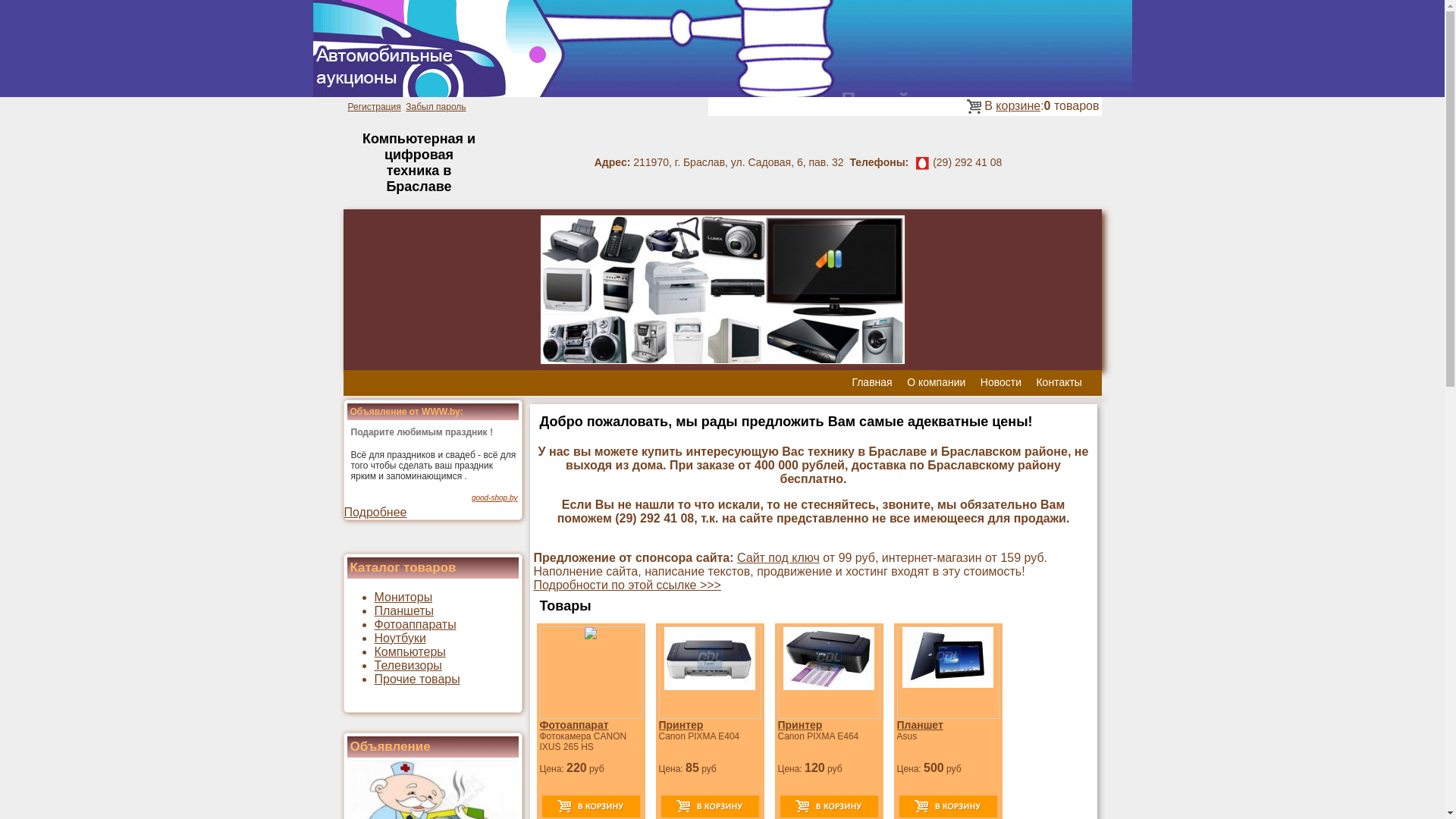  Describe the element at coordinates (471, 497) in the screenshot. I see `'good-shop.by'` at that location.